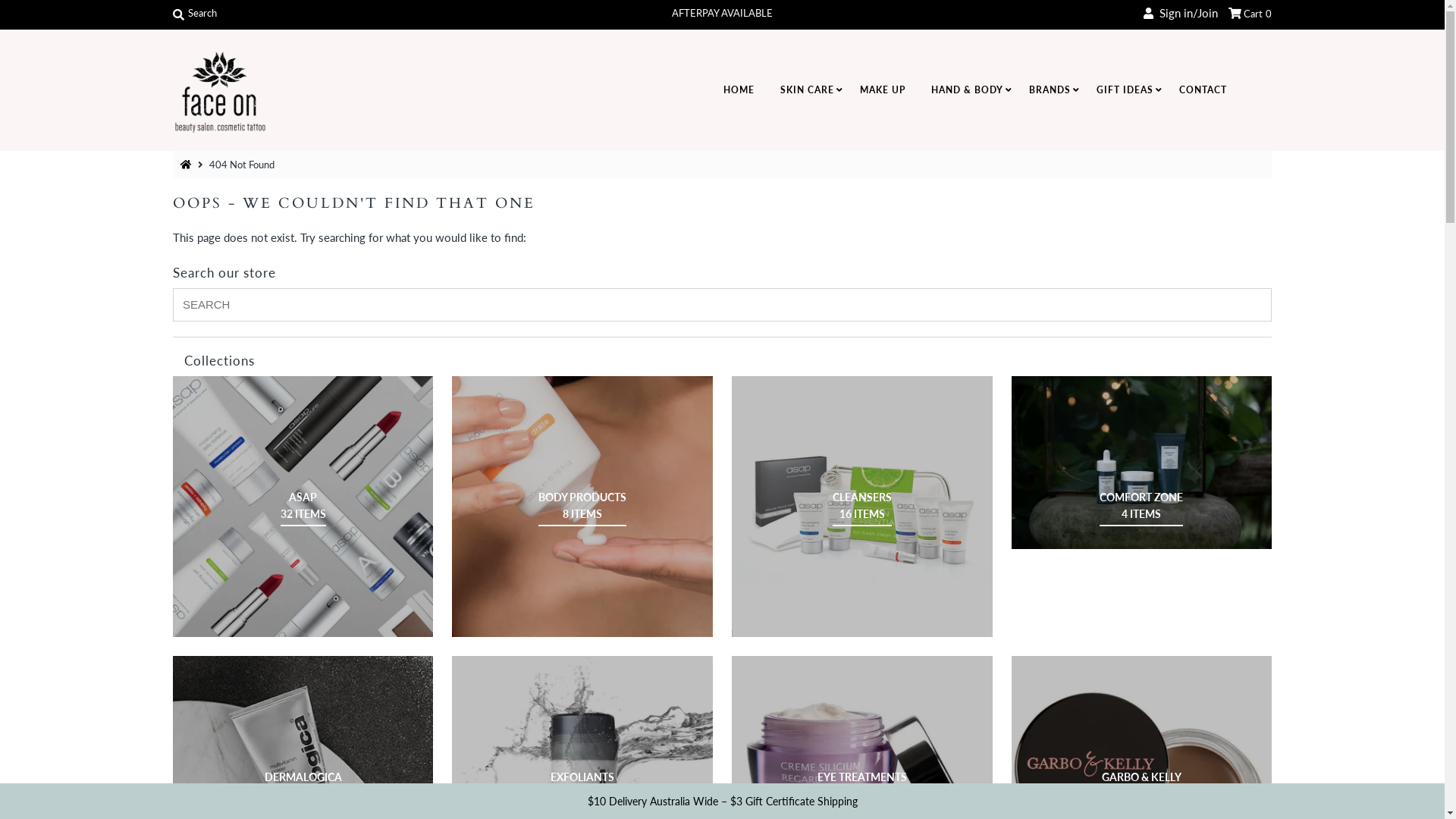 Image resolution: width=1456 pixels, height=819 pixels. Describe the element at coordinates (806, 90) in the screenshot. I see `'SKIN CARE'` at that location.